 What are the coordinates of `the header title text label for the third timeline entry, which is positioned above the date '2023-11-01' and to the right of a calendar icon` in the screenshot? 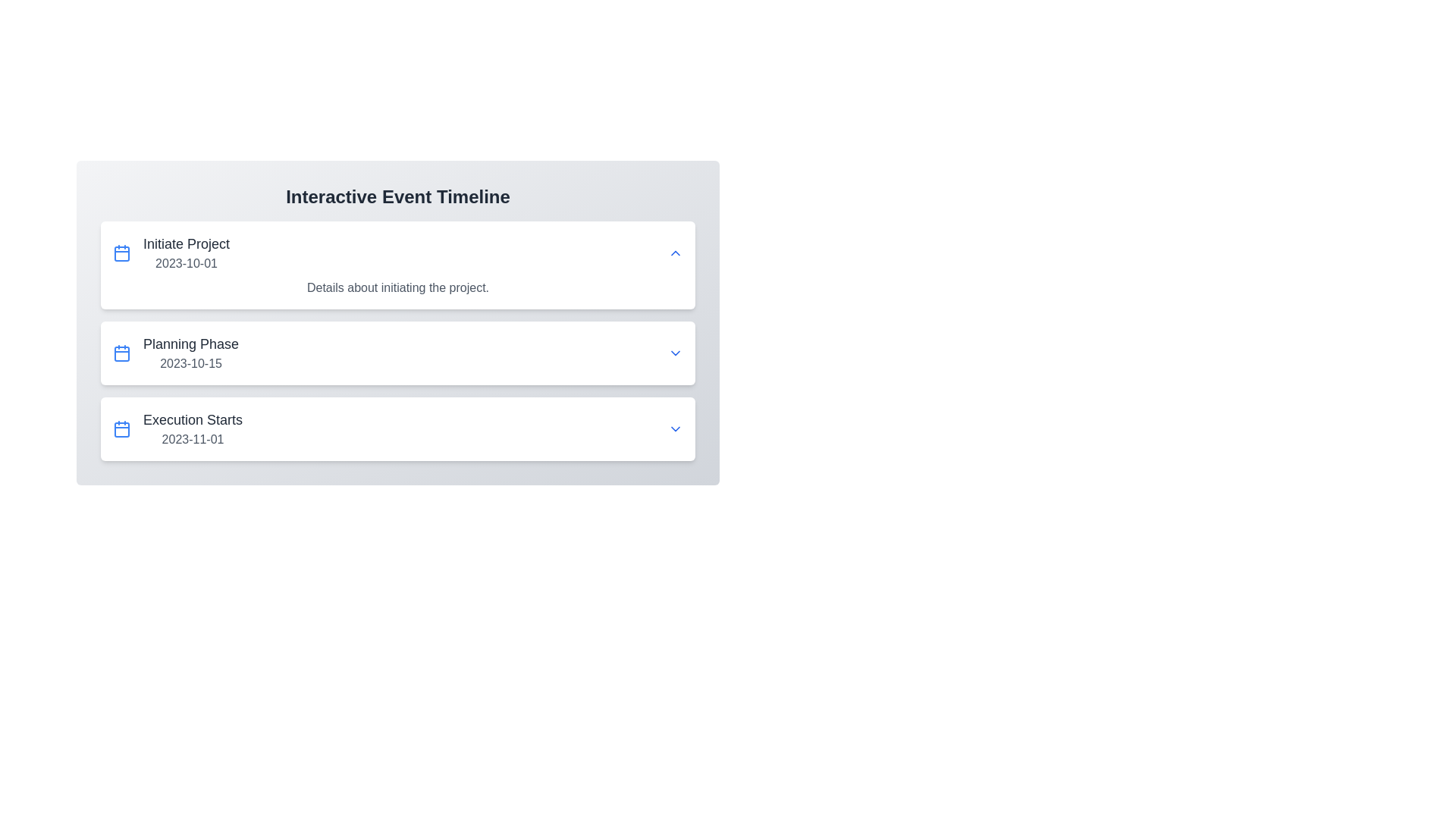 It's located at (192, 420).